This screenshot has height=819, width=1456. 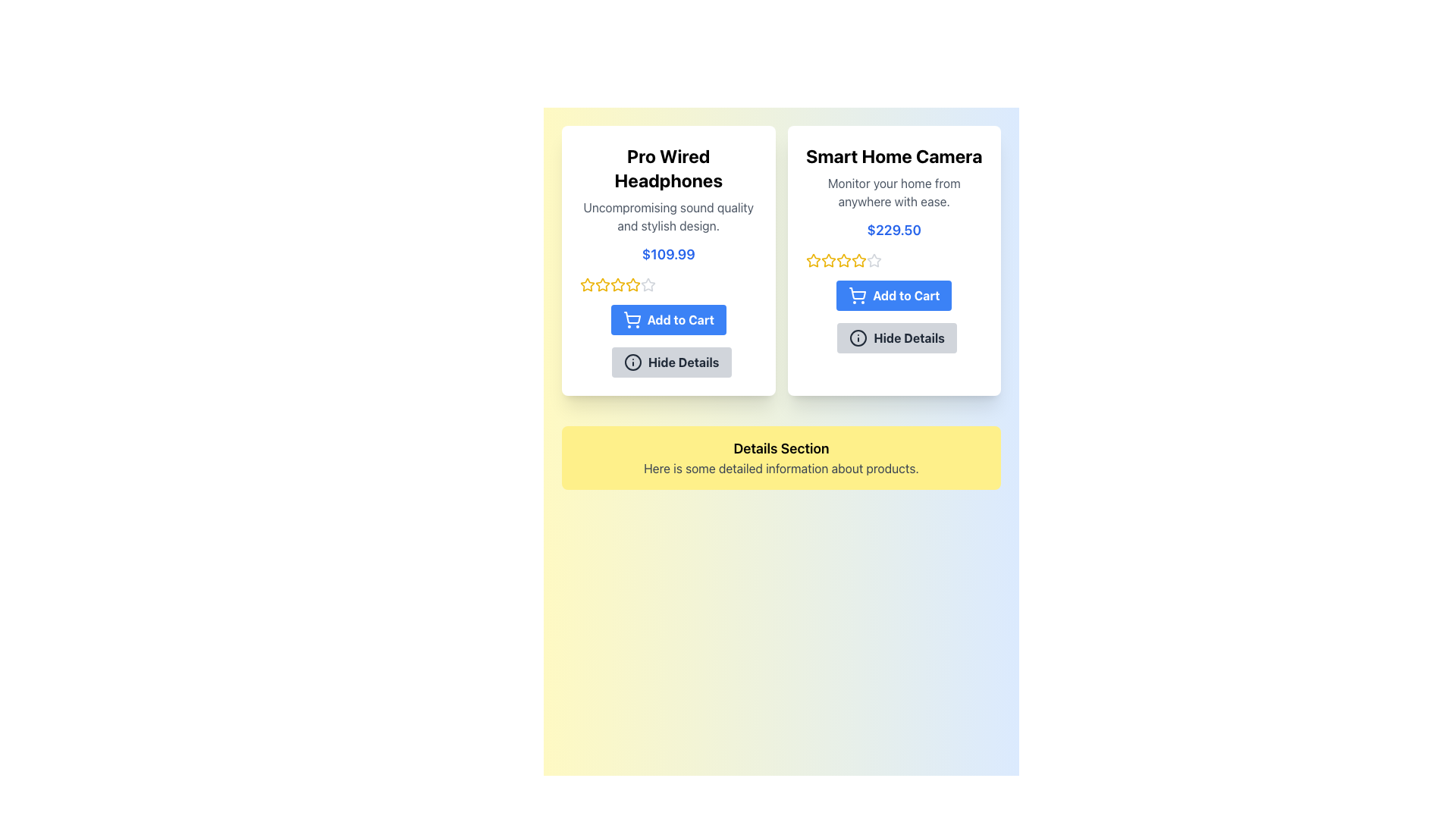 What do you see at coordinates (894, 295) in the screenshot?
I see `the 'Add to Cart' button, which is a rectangular button with rounded corners, vibrant blue background, and white text, located below the product description of the 'Smart Home Camera'` at bounding box center [894, 295].